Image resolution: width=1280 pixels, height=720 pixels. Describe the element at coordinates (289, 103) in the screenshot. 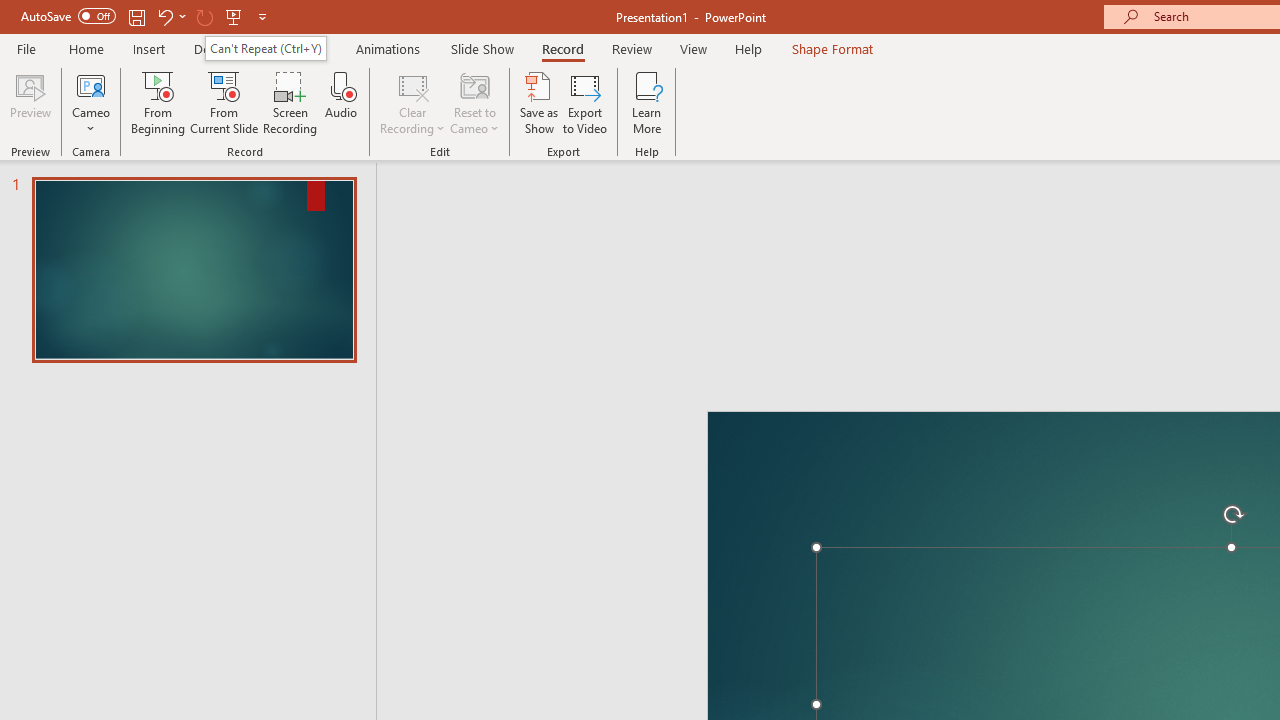

I see `'Screen Recording'` at that location.